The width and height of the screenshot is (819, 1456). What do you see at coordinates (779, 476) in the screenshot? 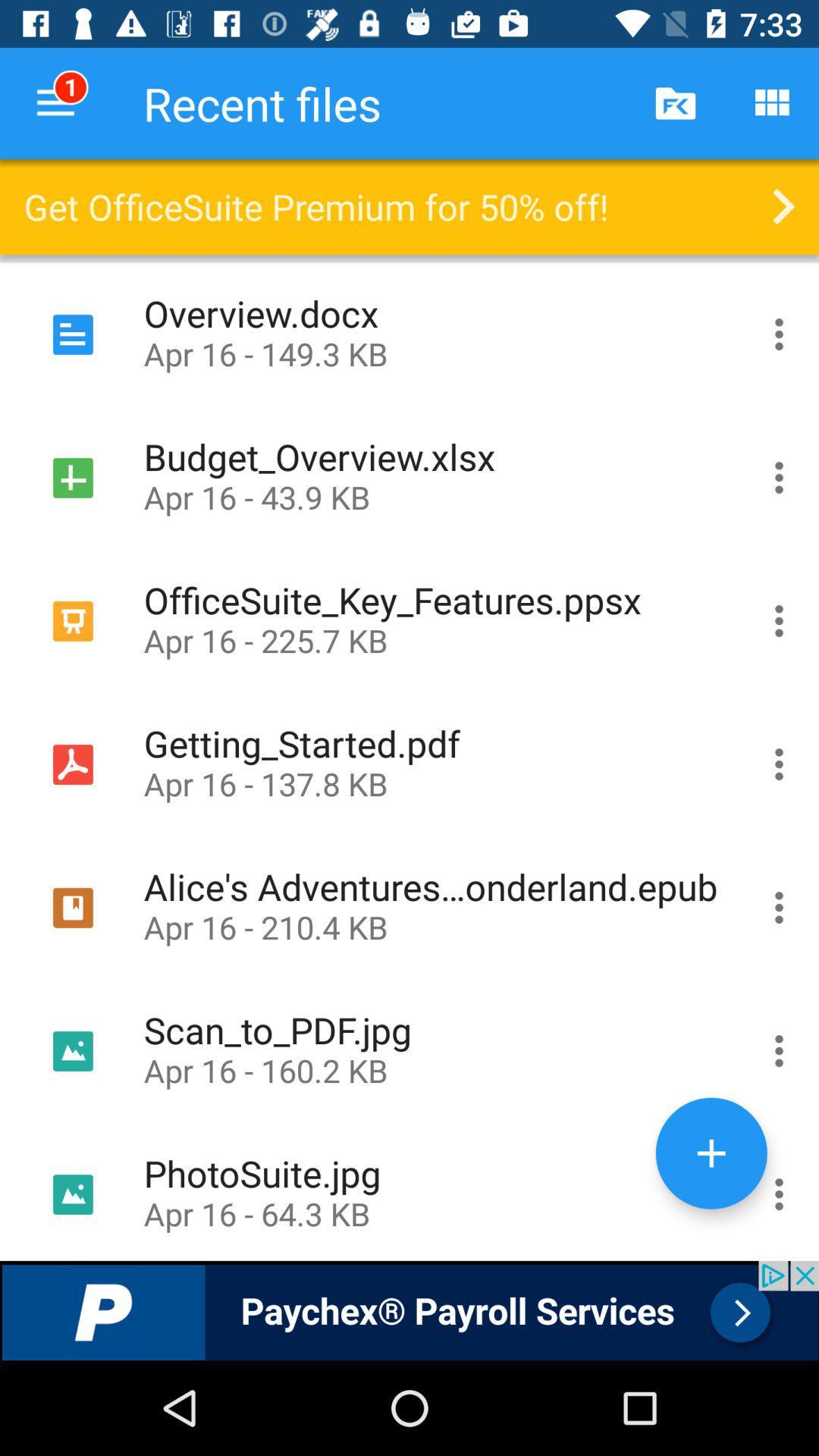
I see `more` at bounding box center [779, 476].